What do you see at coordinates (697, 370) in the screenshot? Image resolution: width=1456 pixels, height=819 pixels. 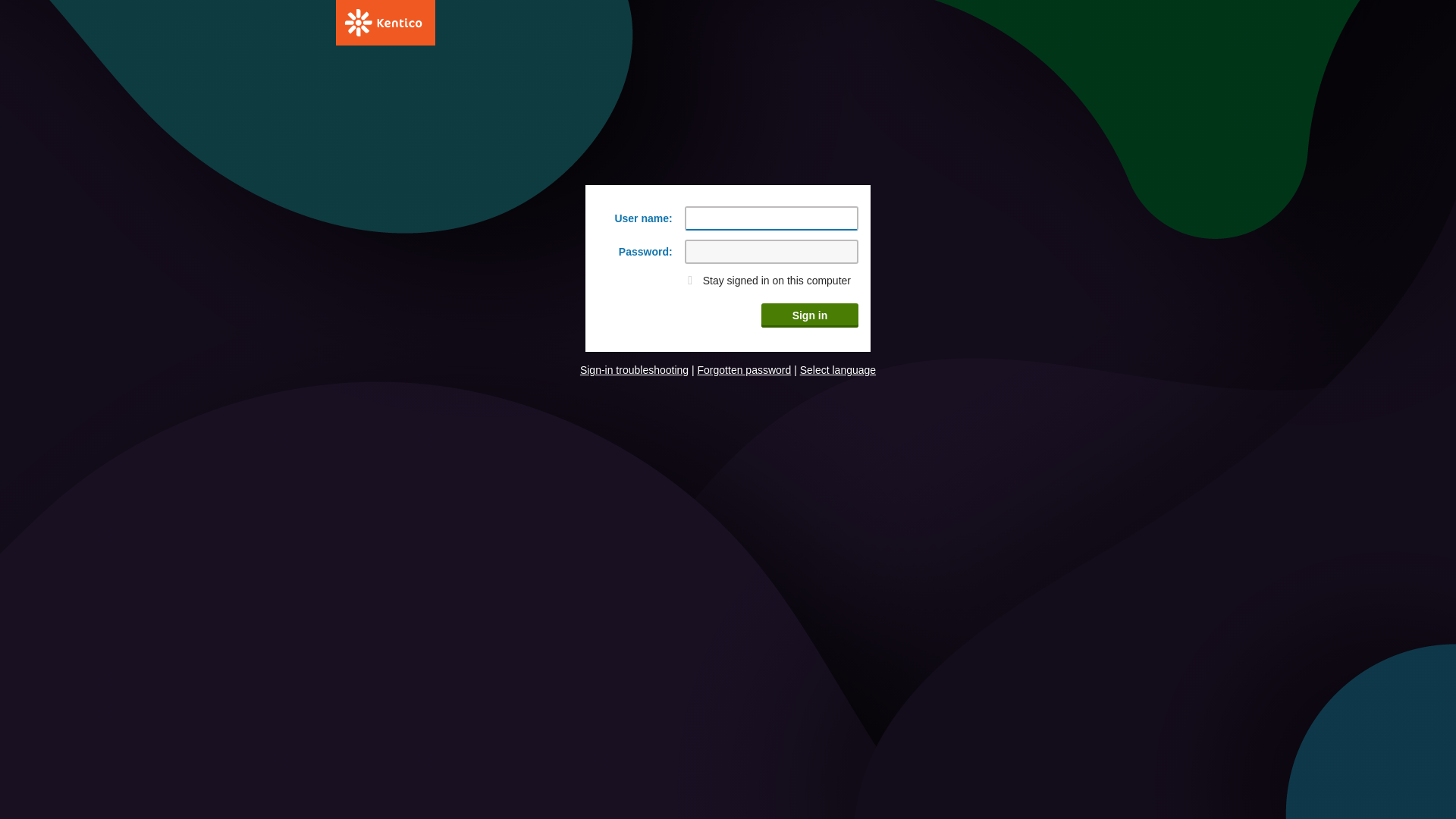 I see `'Forgotten password'` at bounding box center [697, 370].